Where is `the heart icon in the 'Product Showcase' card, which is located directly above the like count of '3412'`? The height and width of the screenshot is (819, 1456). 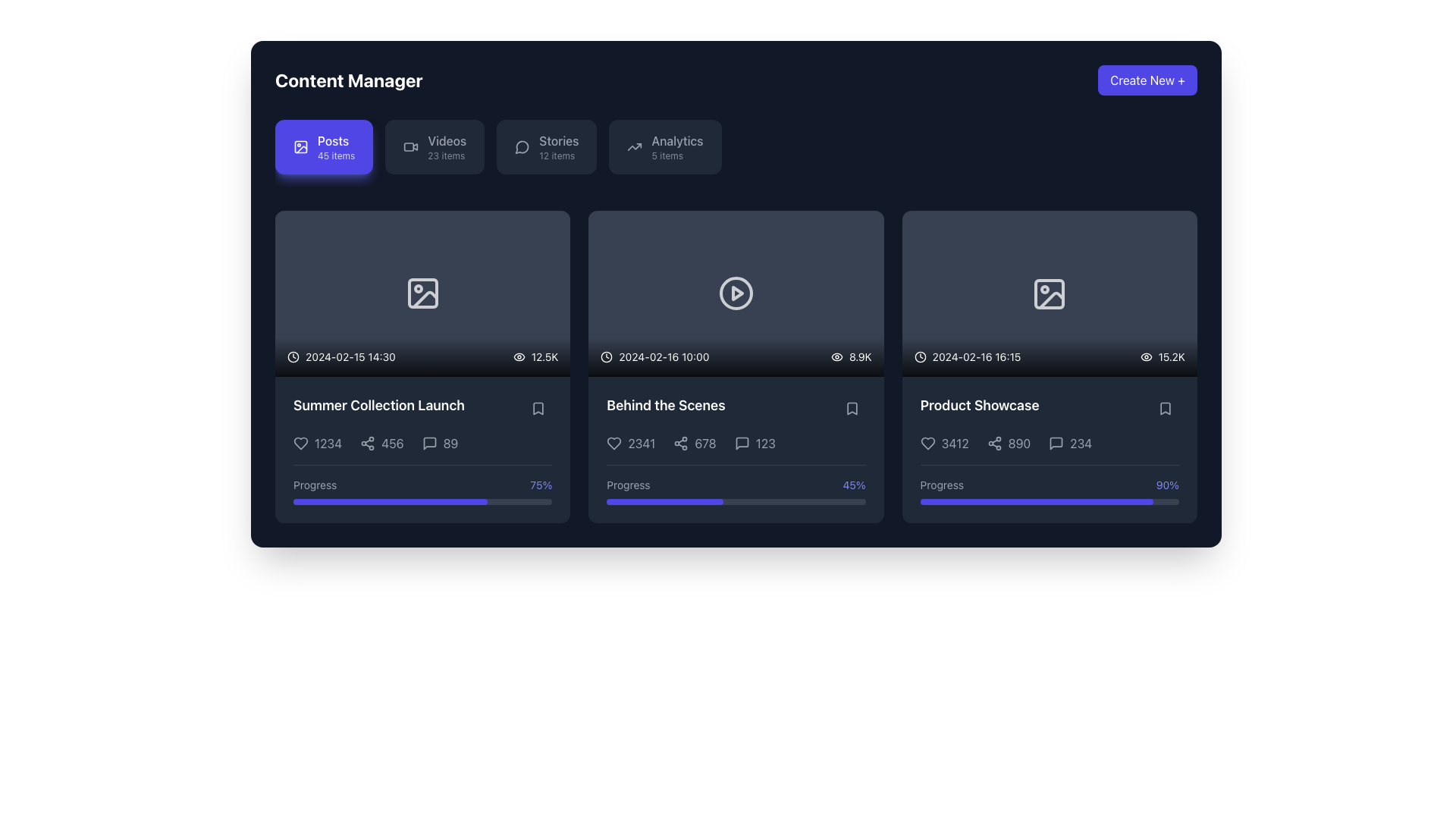
the heart icon in the 'Product Showcase' card, which is located directly above the like count of '3412' is located at coordinates (927, 444).